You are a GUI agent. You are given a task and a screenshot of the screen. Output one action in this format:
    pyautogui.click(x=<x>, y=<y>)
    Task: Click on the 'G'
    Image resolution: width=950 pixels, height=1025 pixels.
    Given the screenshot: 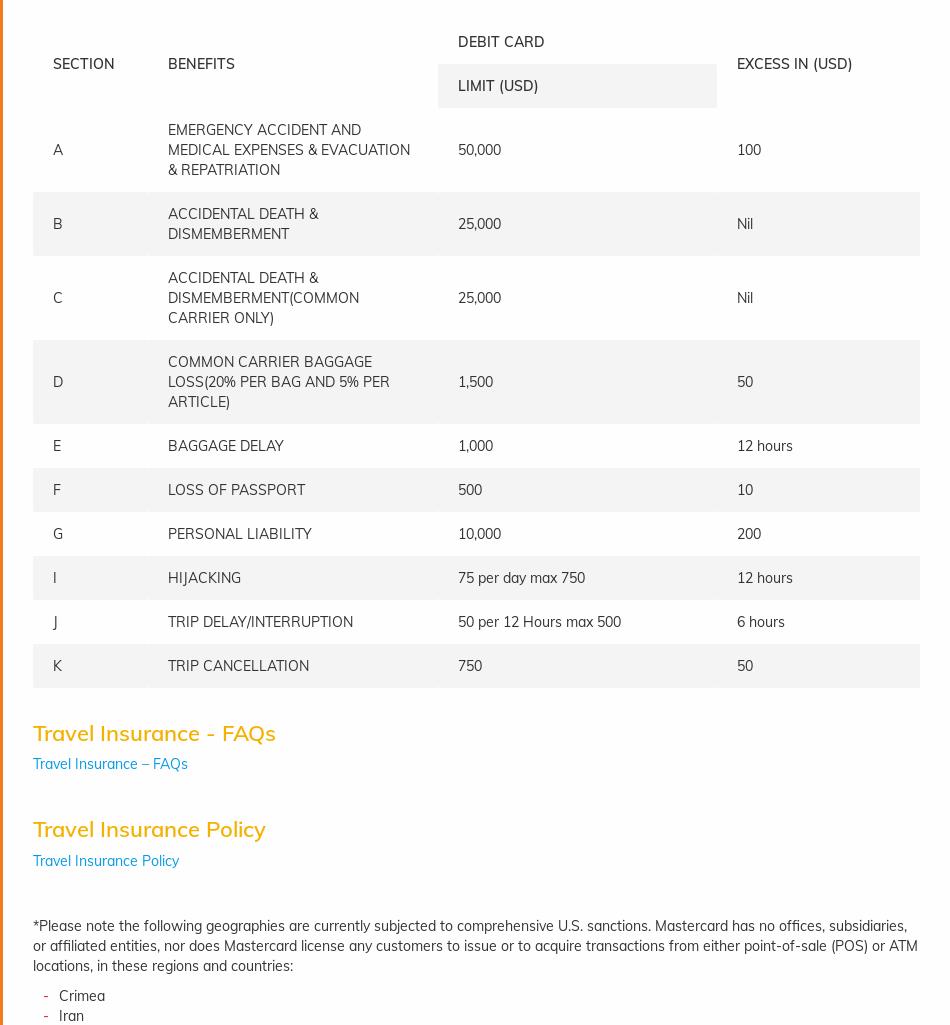 What is the action you would take?
    pyautogui.click(x=58, y=532)
    